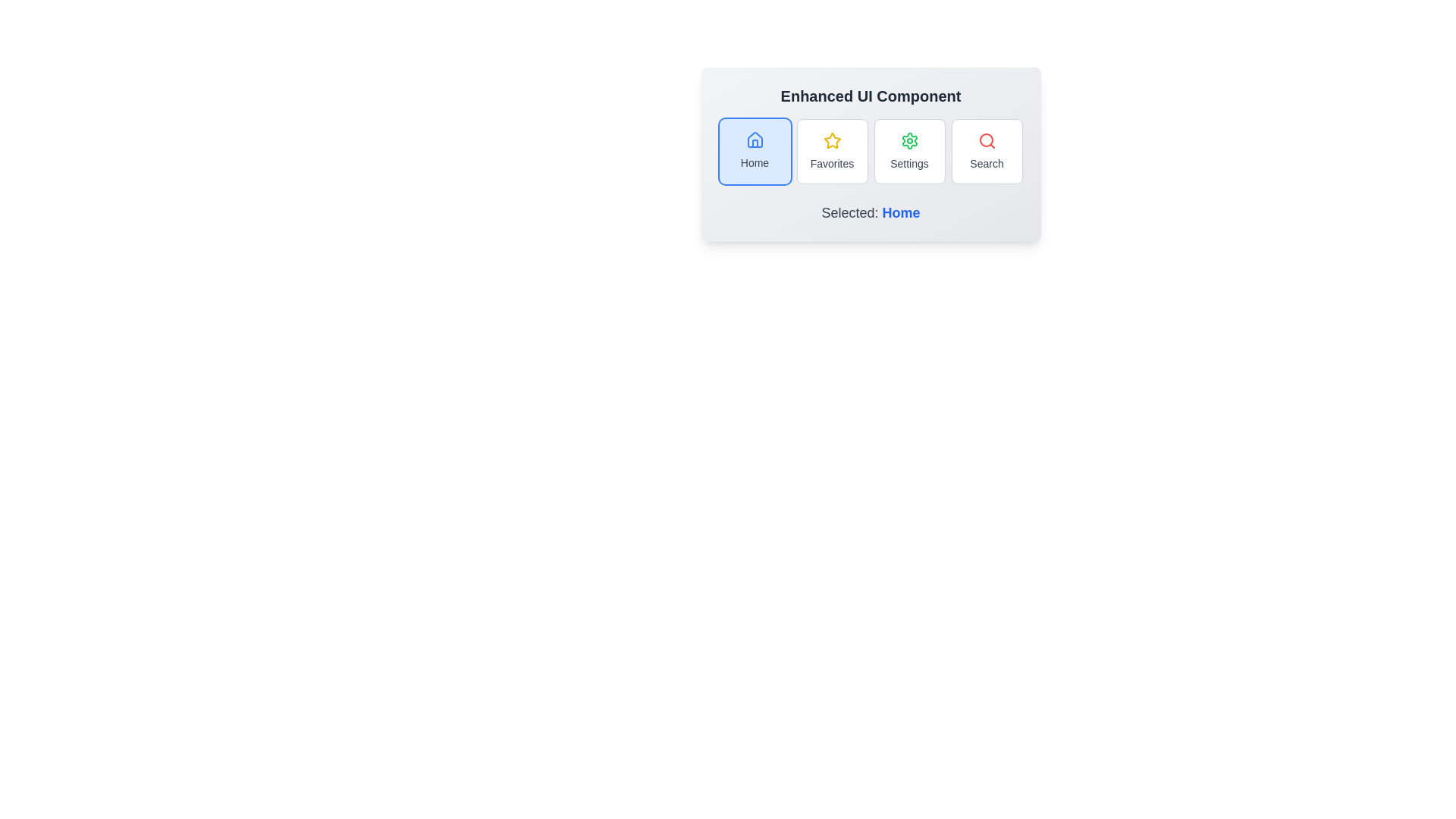 This screenshot has width=1456, height=819. Describe the element at coordinates (831, 152) in the screenshot. I see `the 'Favorites' button, which is a rectangular button with a white background and a gray border, featuring a yellow star icon and located between the 'Home' and 'Settings' buttons` at that location.